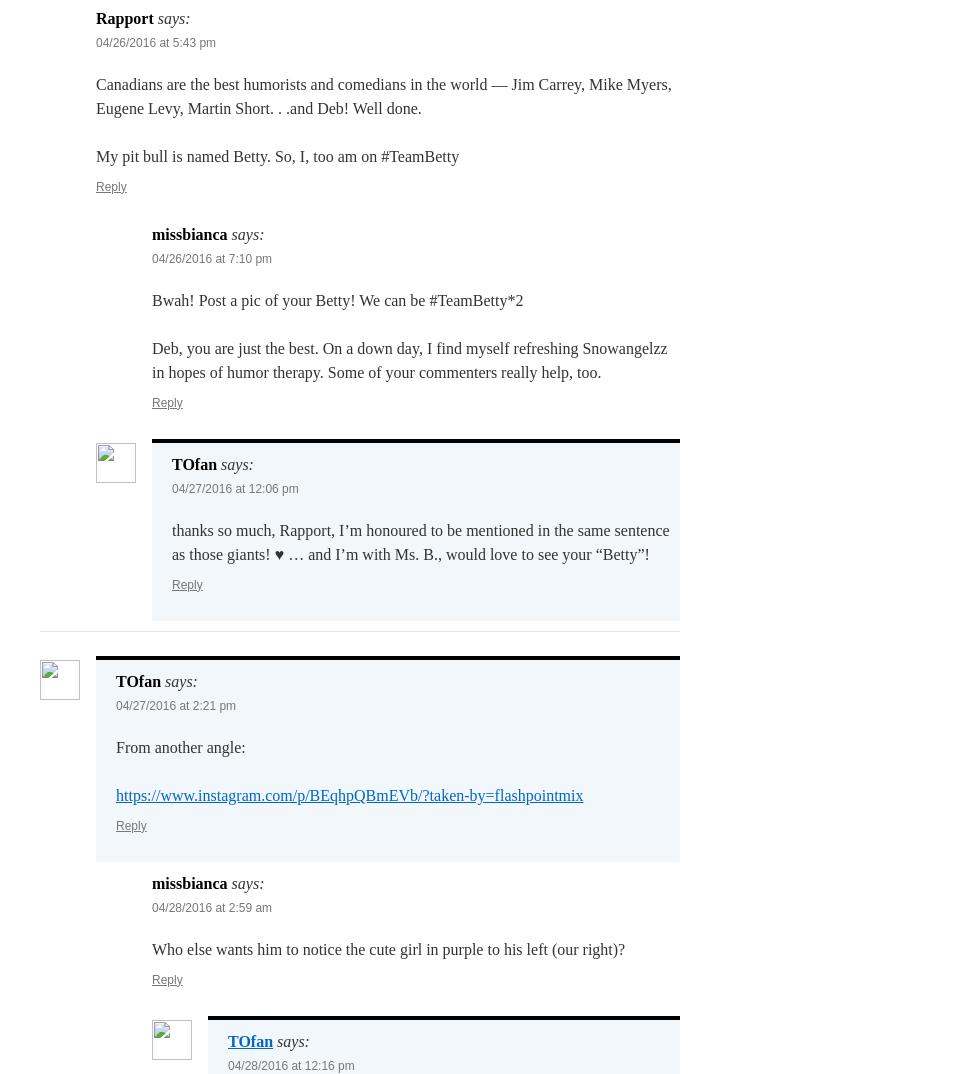  I want to click on 'https://www.instagram.com/p/BEqhpQBmEVb/?taken-by=flashpointmix', so click(116, 793).